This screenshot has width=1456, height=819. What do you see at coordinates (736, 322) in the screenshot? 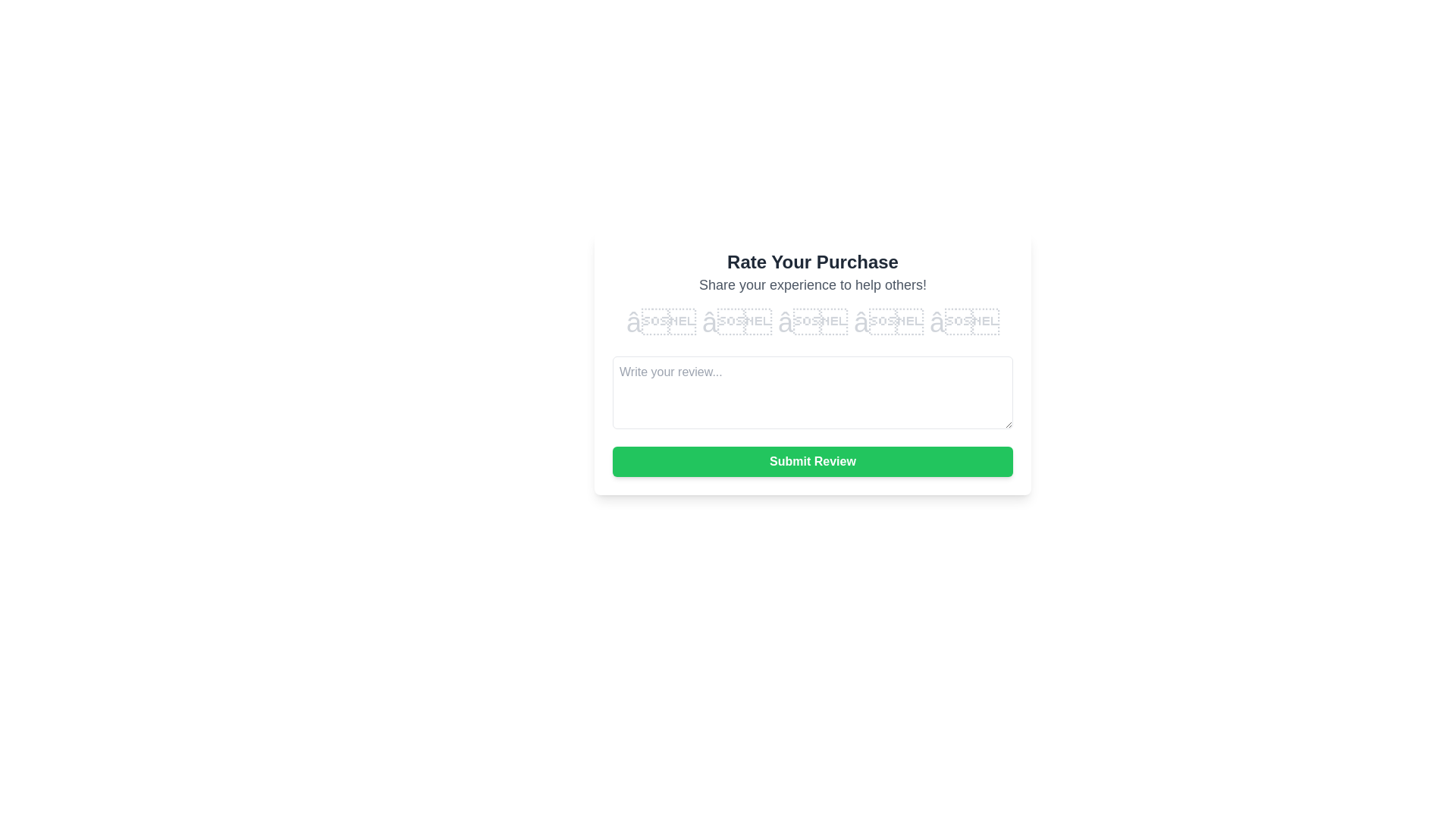
I see `the star corresponding to 2 to preview the rating` at bounding box center [736, 322].